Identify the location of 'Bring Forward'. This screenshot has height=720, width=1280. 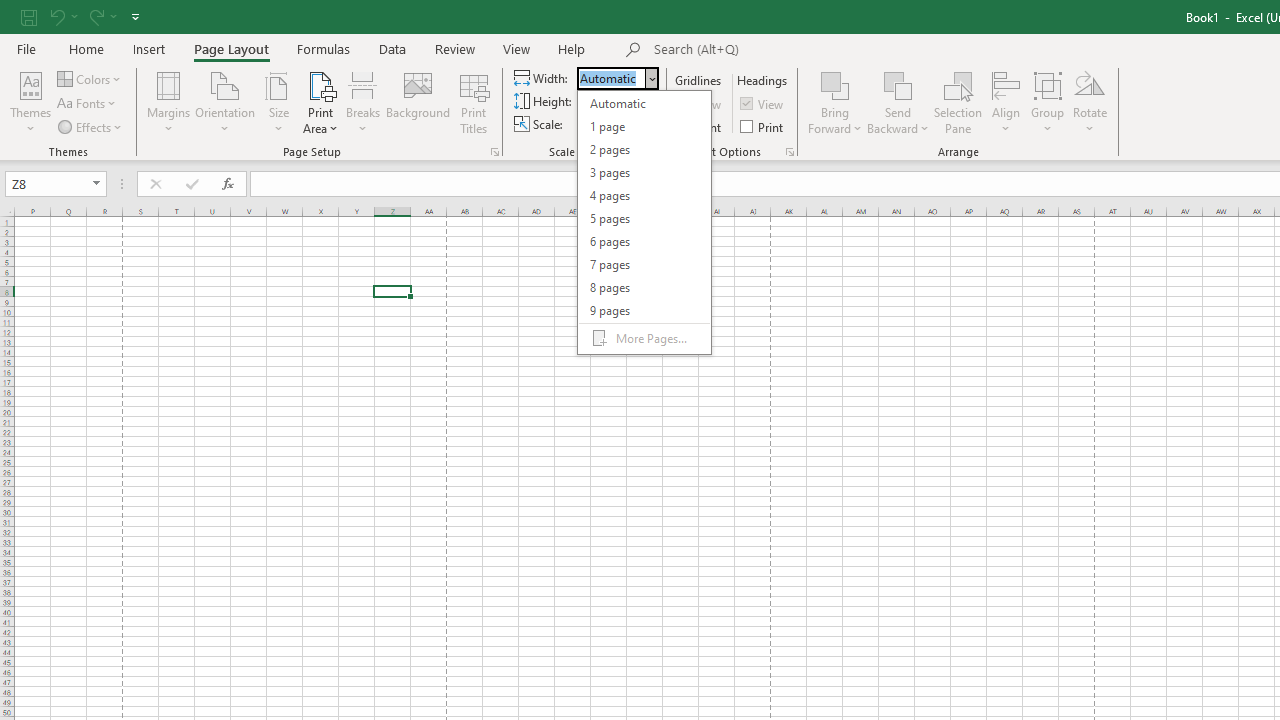
(835, 103).